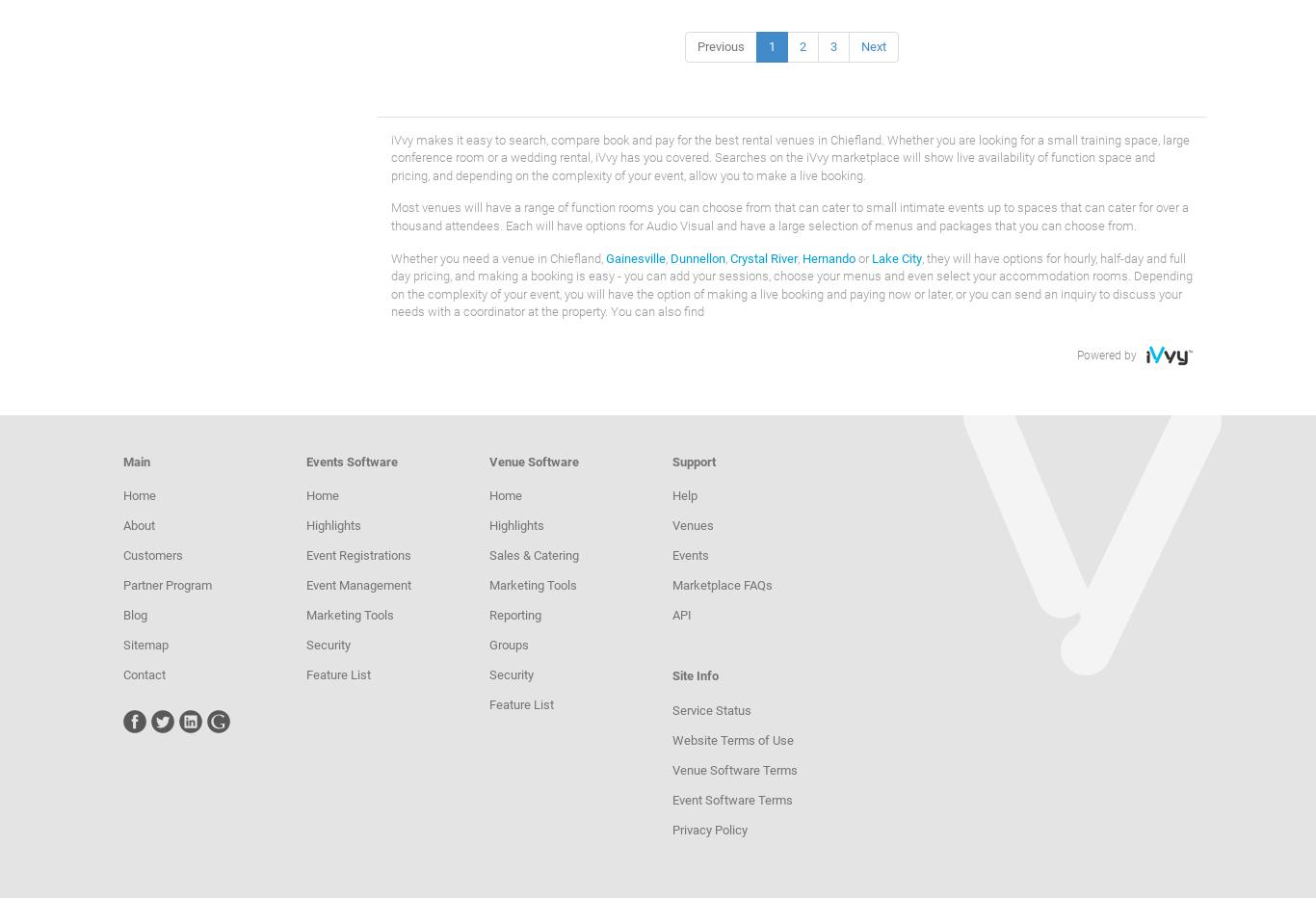 This screenshot has width=1316, height=898. What do you see at coordinates (121, 645) in the screenshot?
I see `'Sitemap'` at bounding box center [121, 645].